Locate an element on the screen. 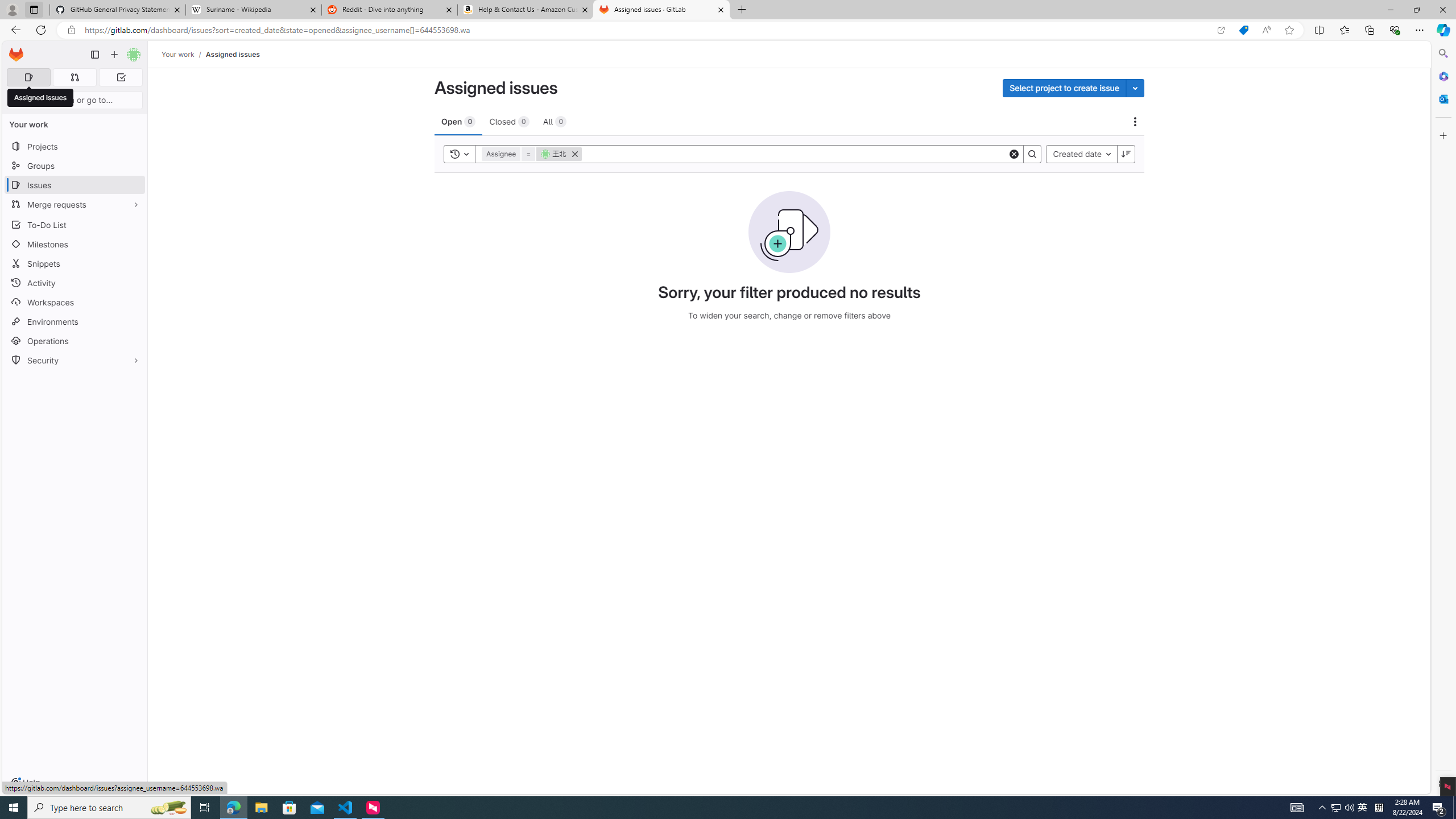  'Assigned issues' is located at coordinates (232, 54).